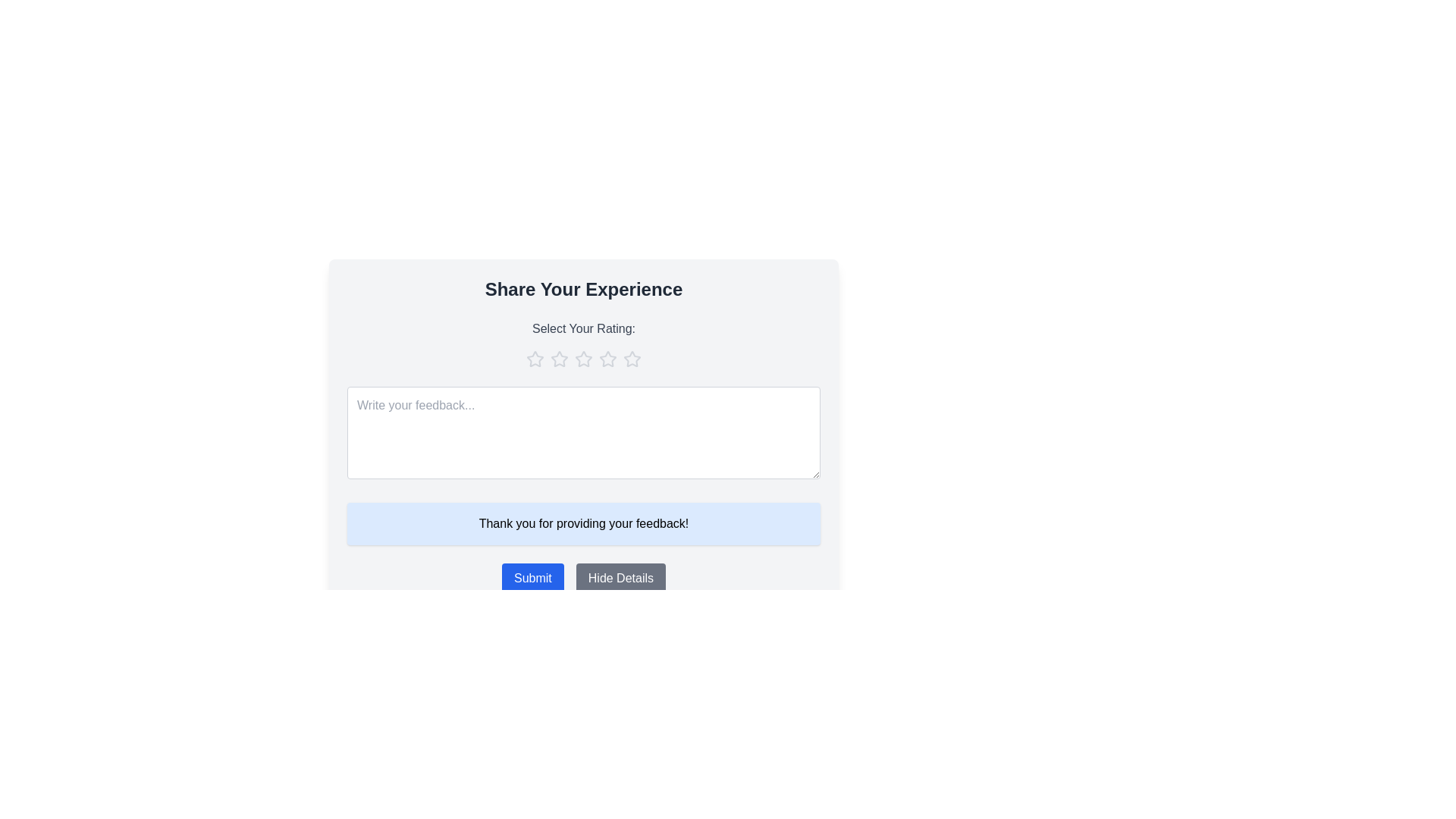  Describe the element at coordinates (535, 359) in the screenshot. I see `the first star icon in the star rating element` at that location.